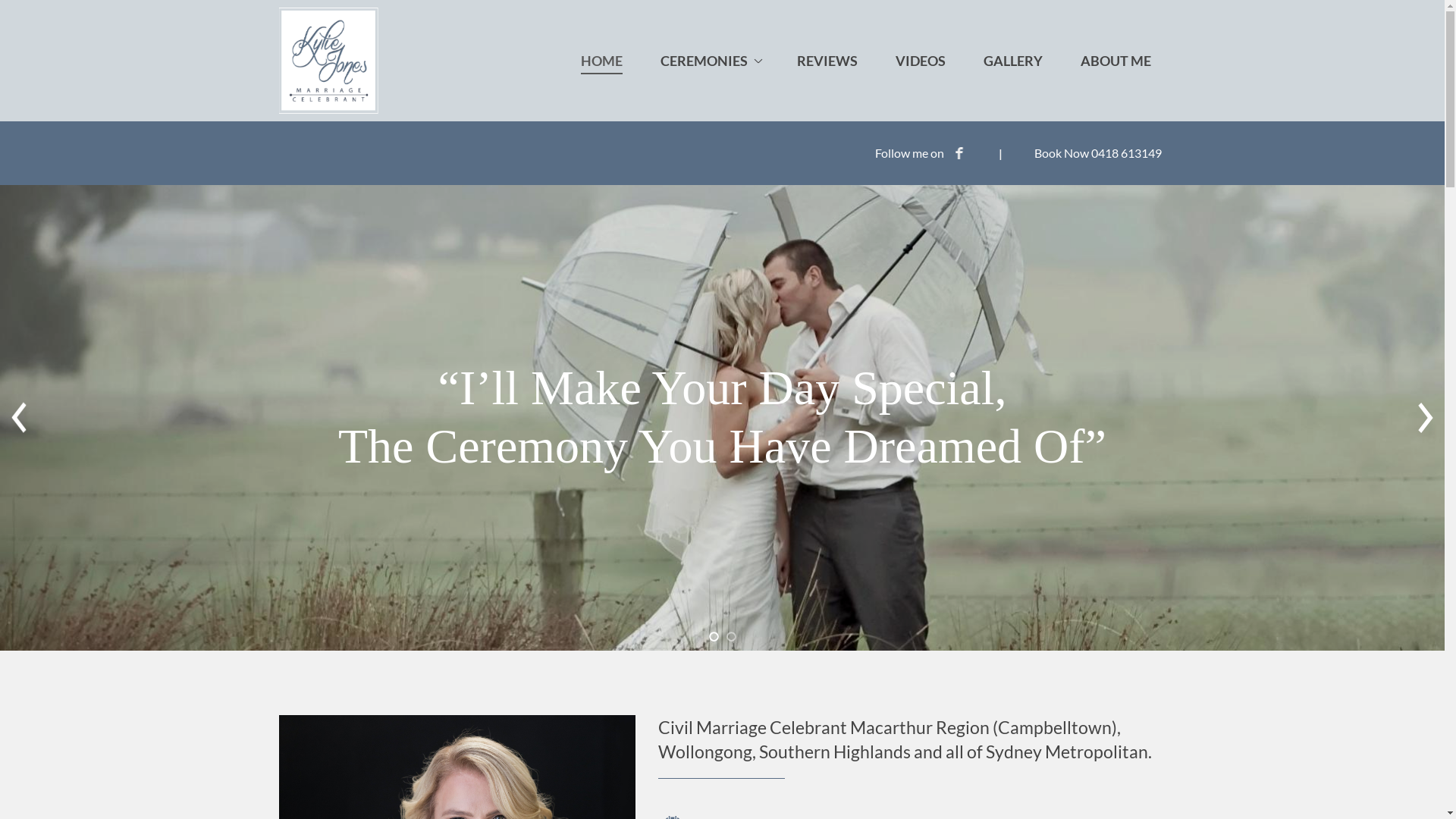  Describe the element at coordinates (708, 60) in the screenshot. I see `'CEREMONIES'` at that location.